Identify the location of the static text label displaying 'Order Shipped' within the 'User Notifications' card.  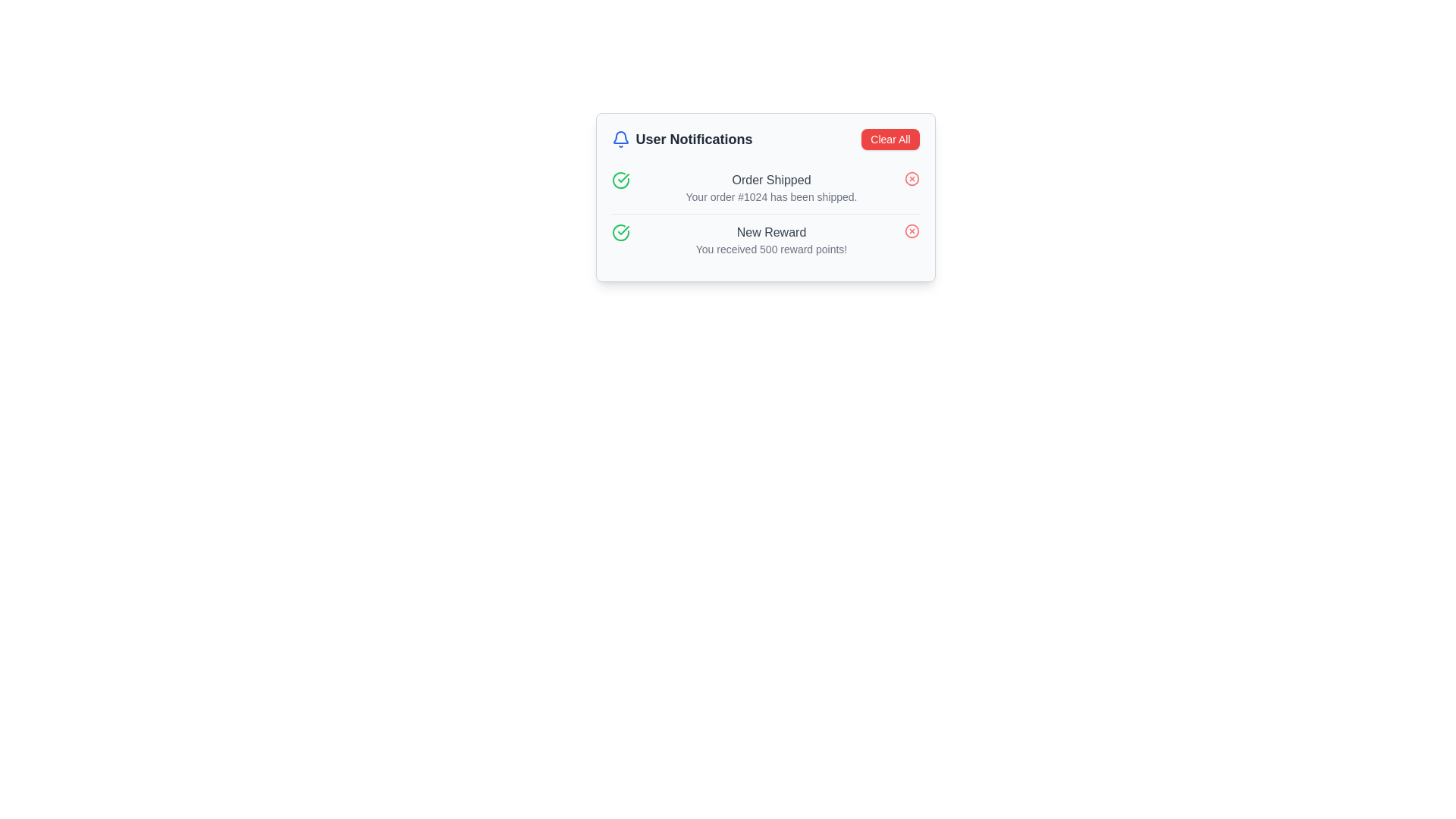
(771, 180).